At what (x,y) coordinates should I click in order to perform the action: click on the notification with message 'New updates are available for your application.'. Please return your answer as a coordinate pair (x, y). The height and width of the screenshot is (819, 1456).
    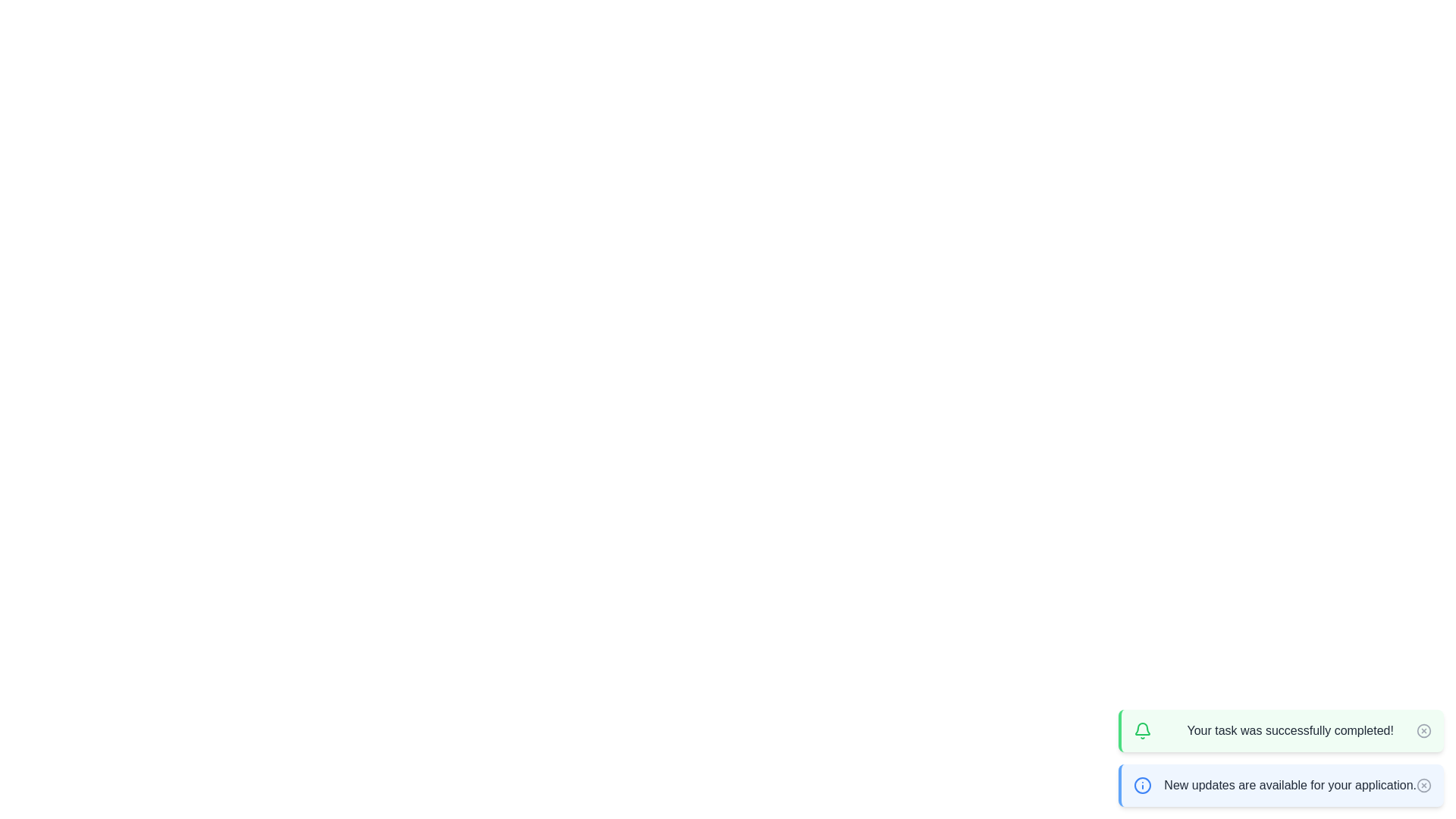
    Looking at the image, I should click on (1280, 785).